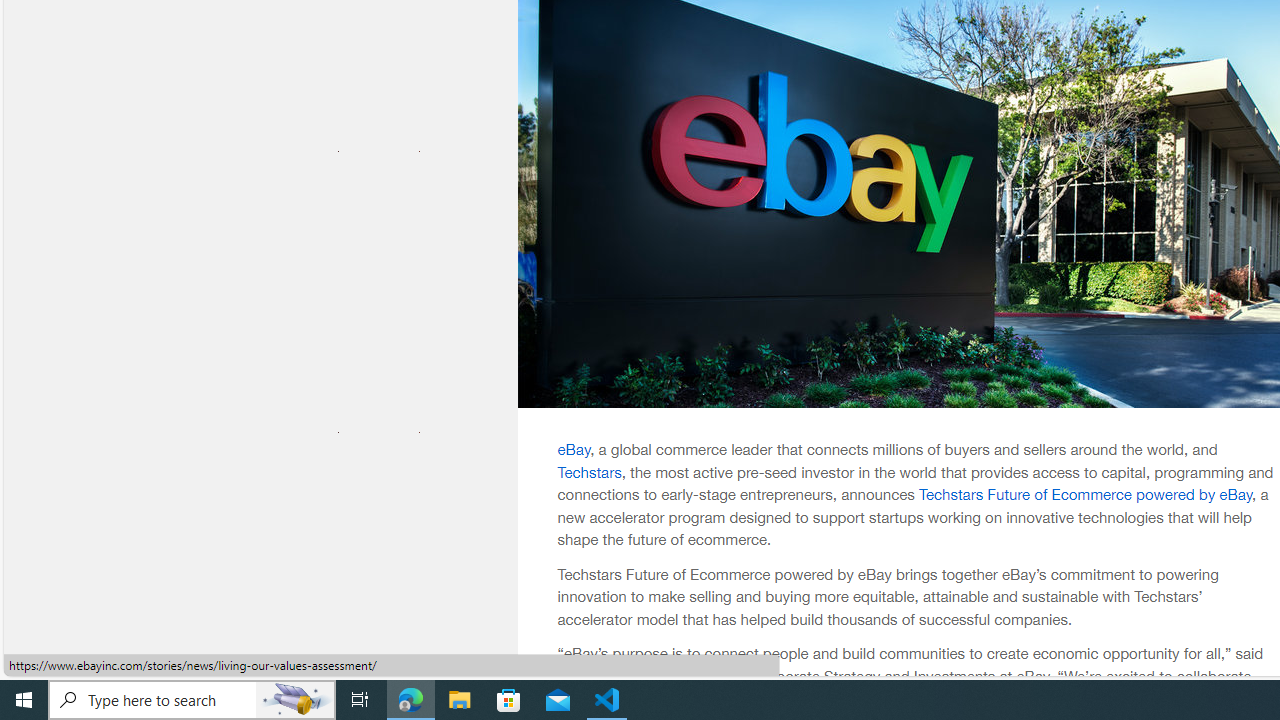 The image size is (1280, 720). Describe the element at coordinates (1084, 494) in the screenshot. I see `'Techstars Future of Ecommerce powered by eBay'` at that location.